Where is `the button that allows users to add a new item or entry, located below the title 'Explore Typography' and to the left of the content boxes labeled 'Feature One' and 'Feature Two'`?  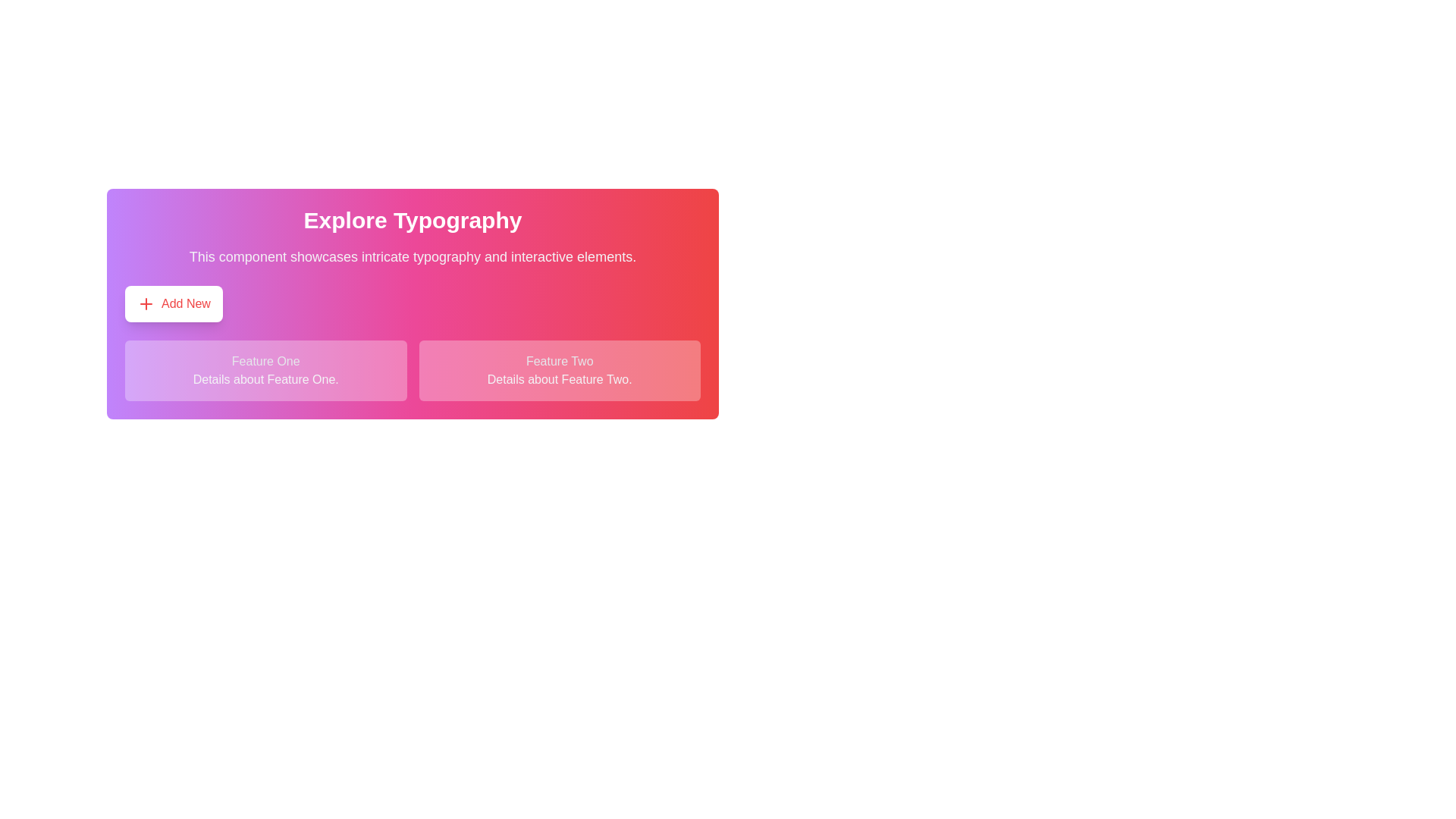
the button that allows users to add a new item or entry, located below the title 'Explore Typography' and to the left of the content boxes labeled 'Feature One' and 'Feature Two' is located at coordinates (174, 304).